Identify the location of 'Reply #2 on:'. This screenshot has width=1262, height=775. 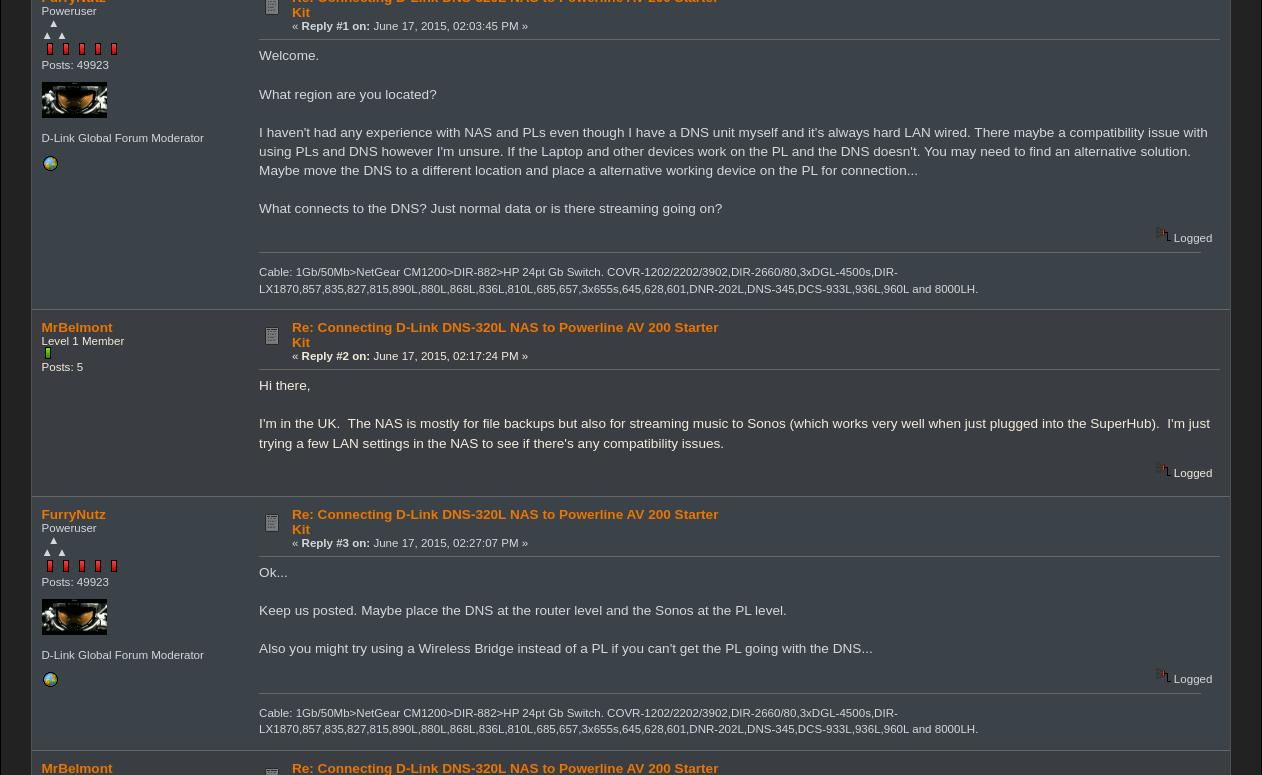
(299, 355).